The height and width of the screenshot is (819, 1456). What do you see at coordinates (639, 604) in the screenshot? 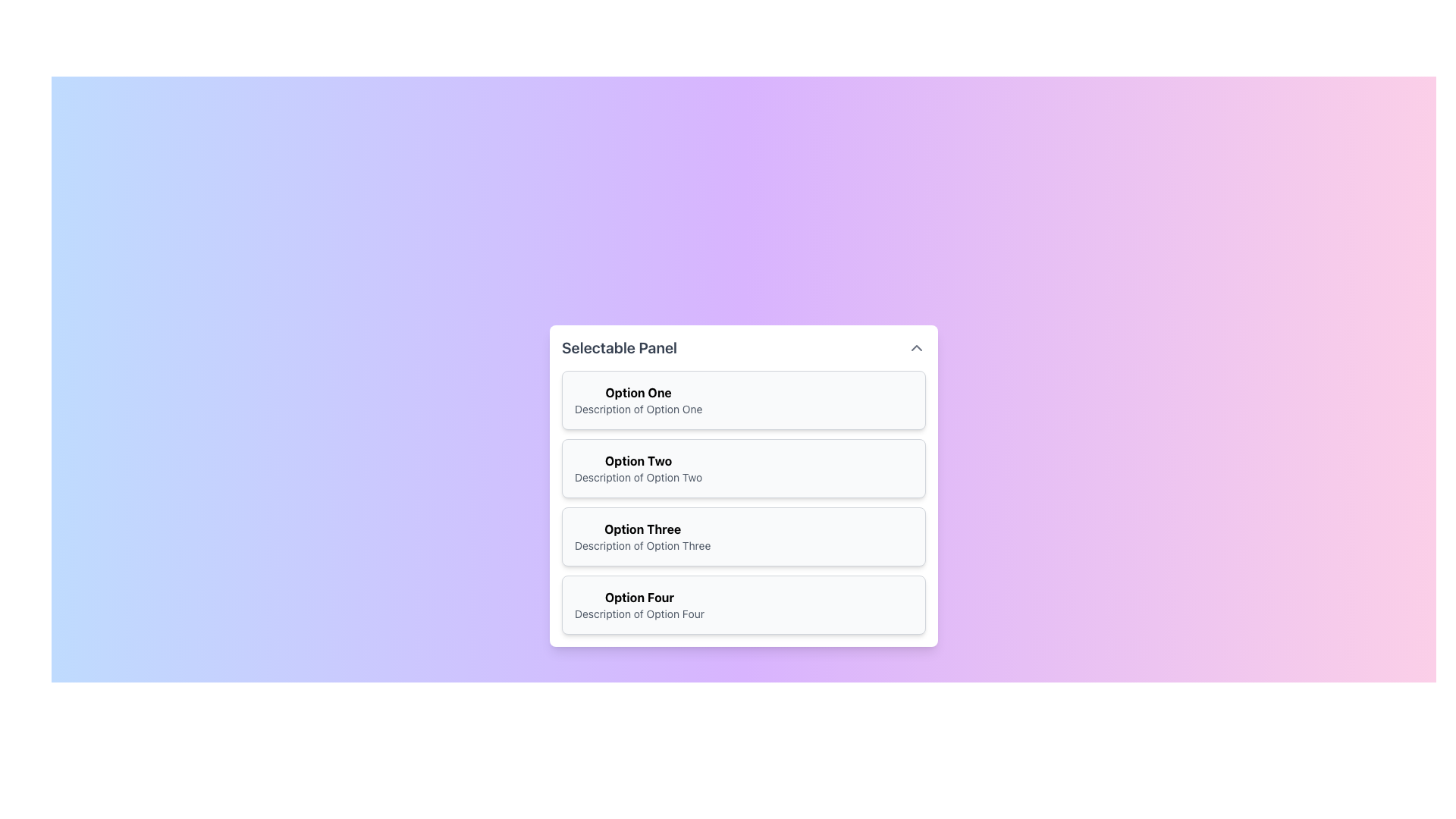
I see `the list item labeled 'Option Four'` at bounding box center [639, 604].